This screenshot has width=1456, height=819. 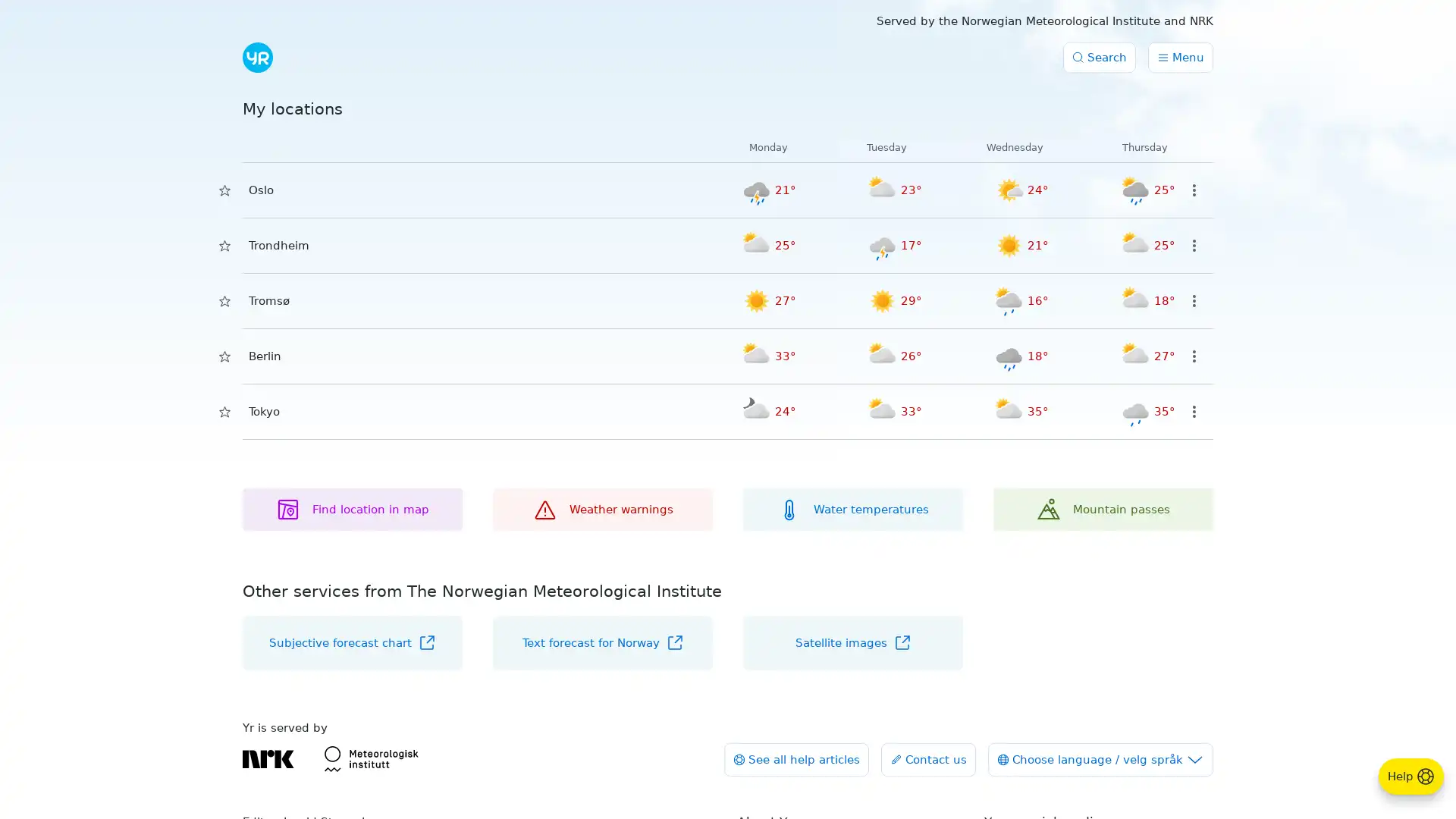 I want to click on Add to "My locations", so click(x=224, y=189).